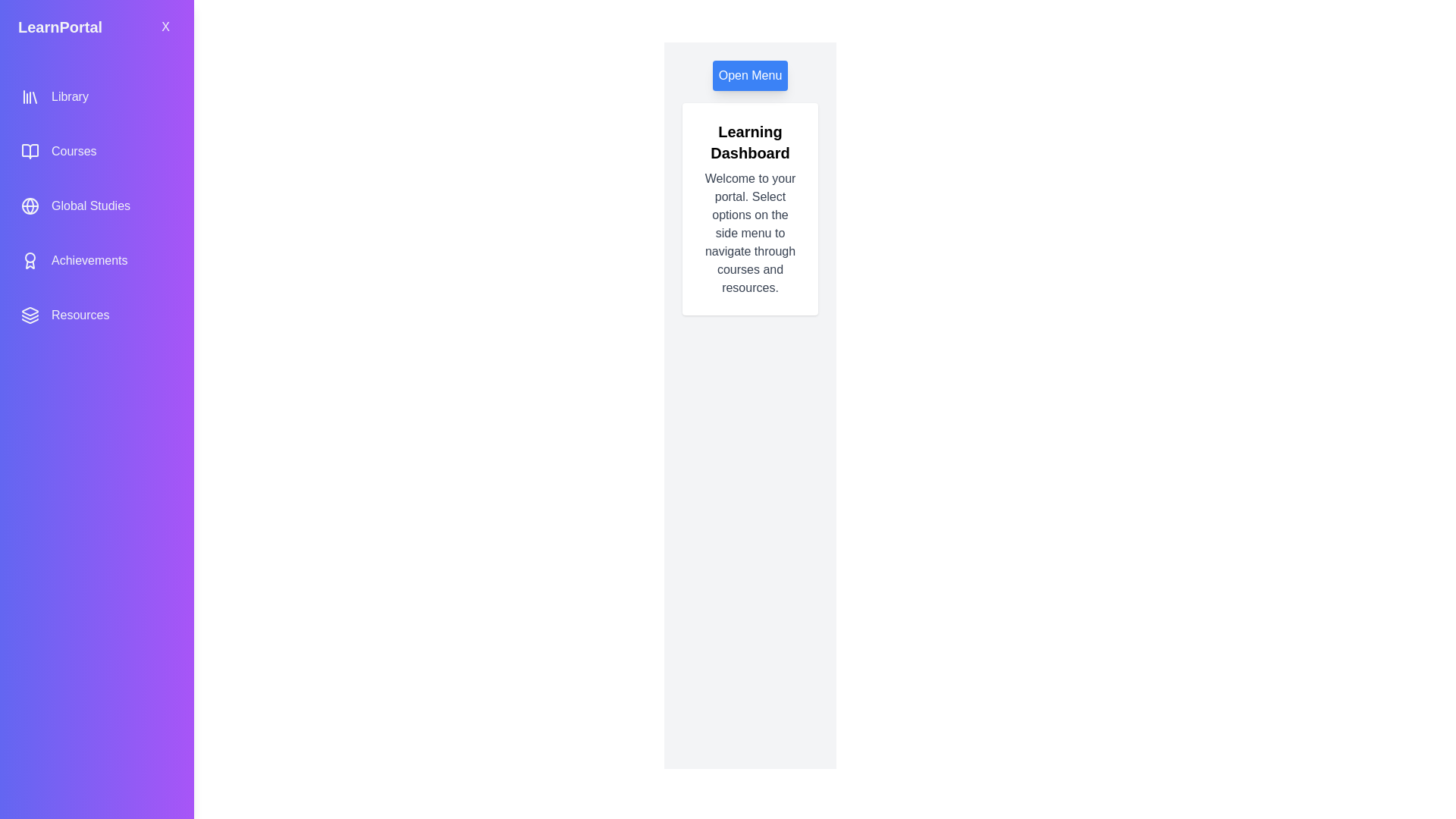 Image resolution: width=1456 pixels, height=819 pixels. What do you see at coordinates (96, 152) in the screenshot?
I see `the menu option Courses from the side menu` at bounding box center [96, 152].